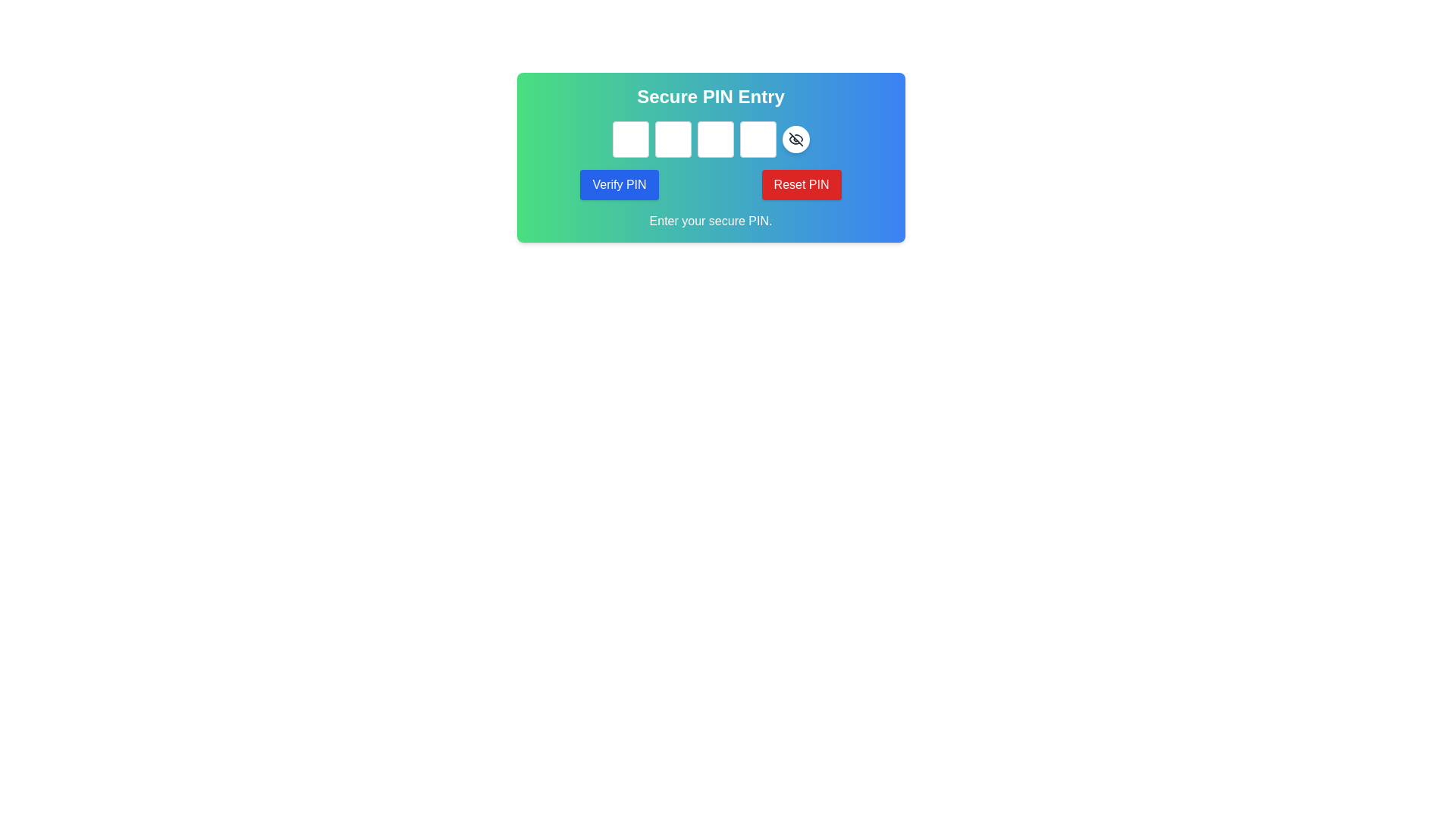 The image size is (1456, 819). What do you see at coordinates (800, 184) in the screenshot?
I see `the Reset PIN button, which is the second button located to the right of the Verify PIN button, to clear any entered digits and prepare for a new PIN entry` at bounding box center [800, 184].